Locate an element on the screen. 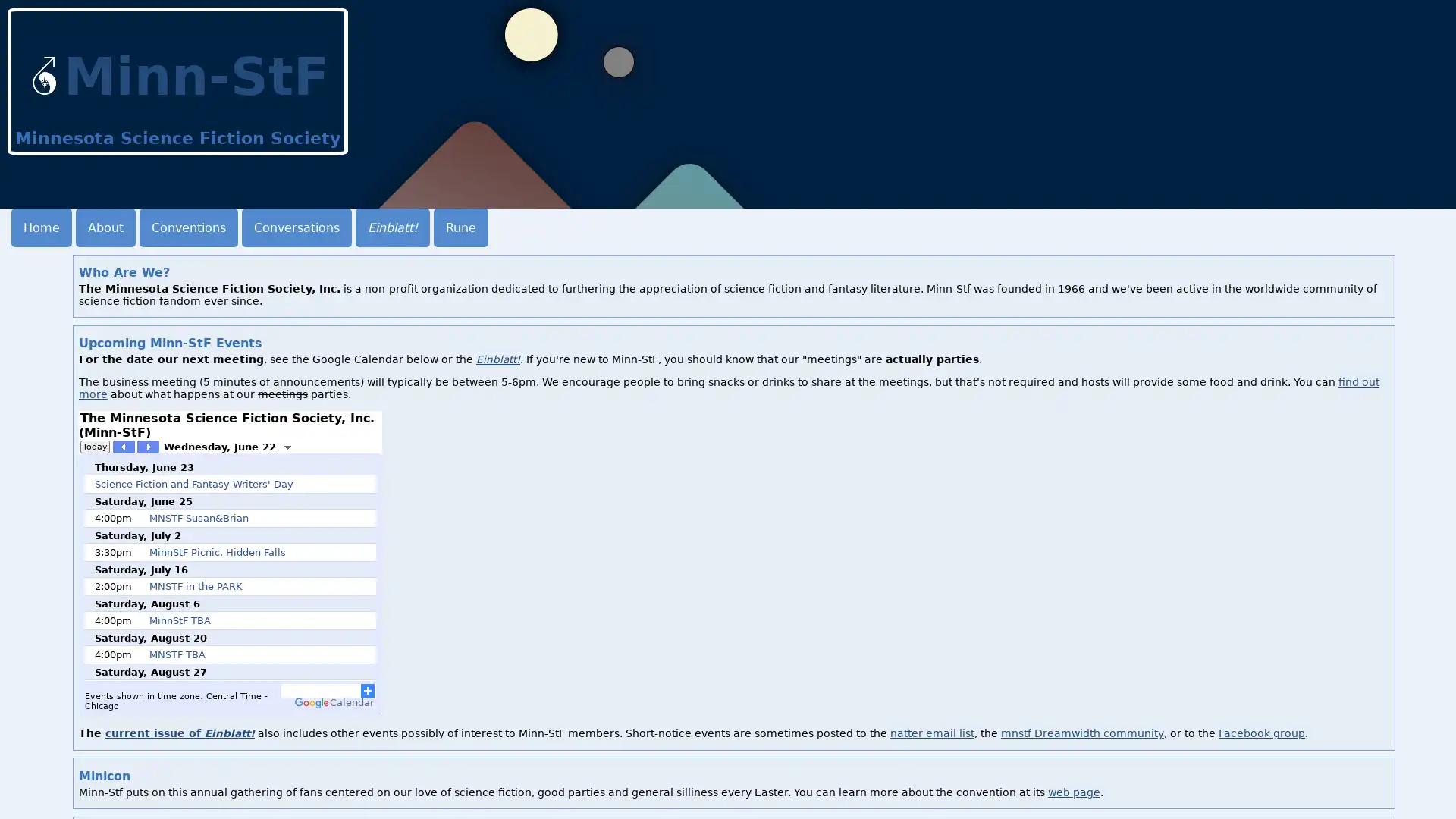  Home is located at coordinates (41, 227).